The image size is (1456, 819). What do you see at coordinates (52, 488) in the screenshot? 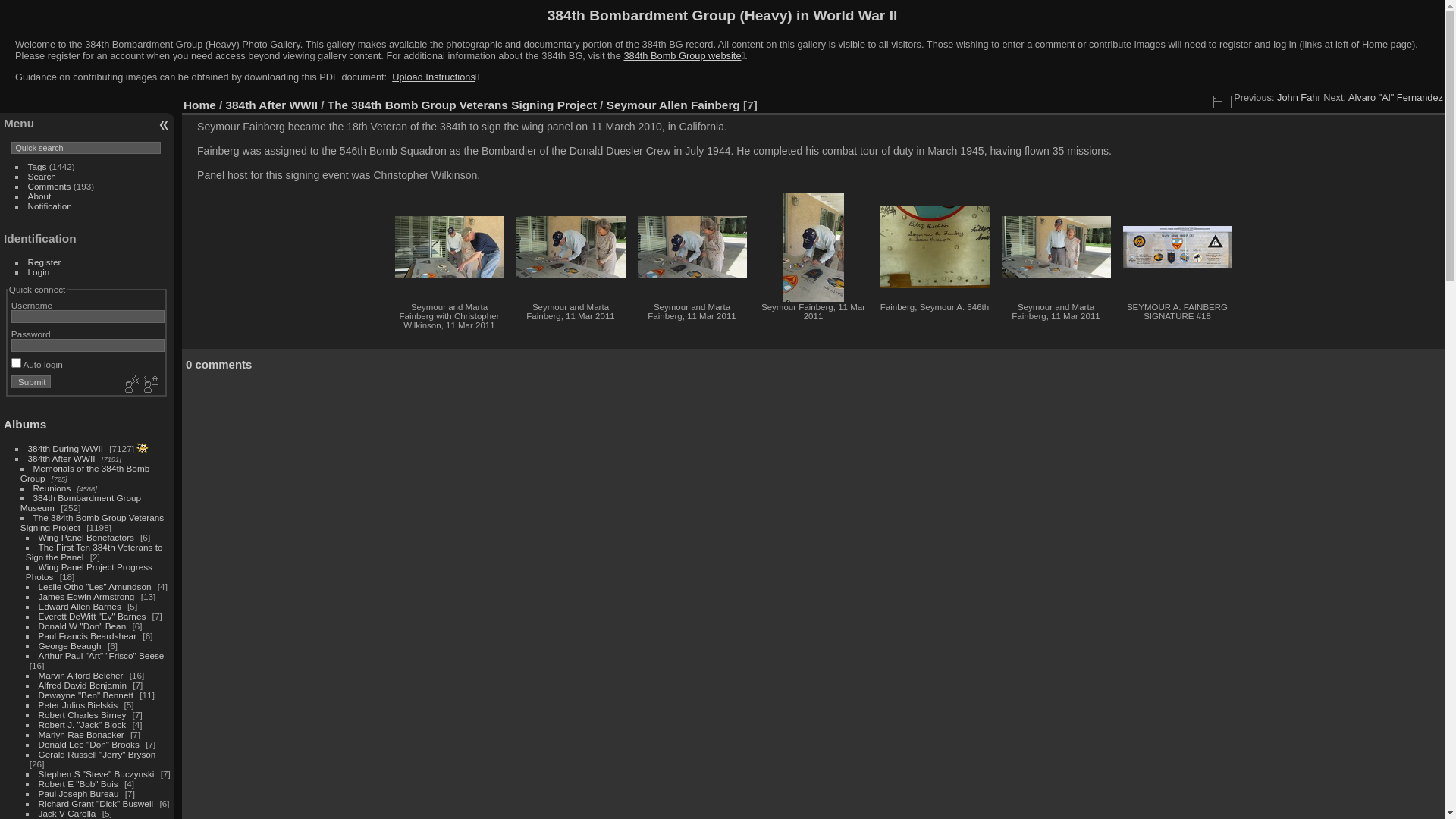
I see `'Reunions'` at bounding box center [52, 488].